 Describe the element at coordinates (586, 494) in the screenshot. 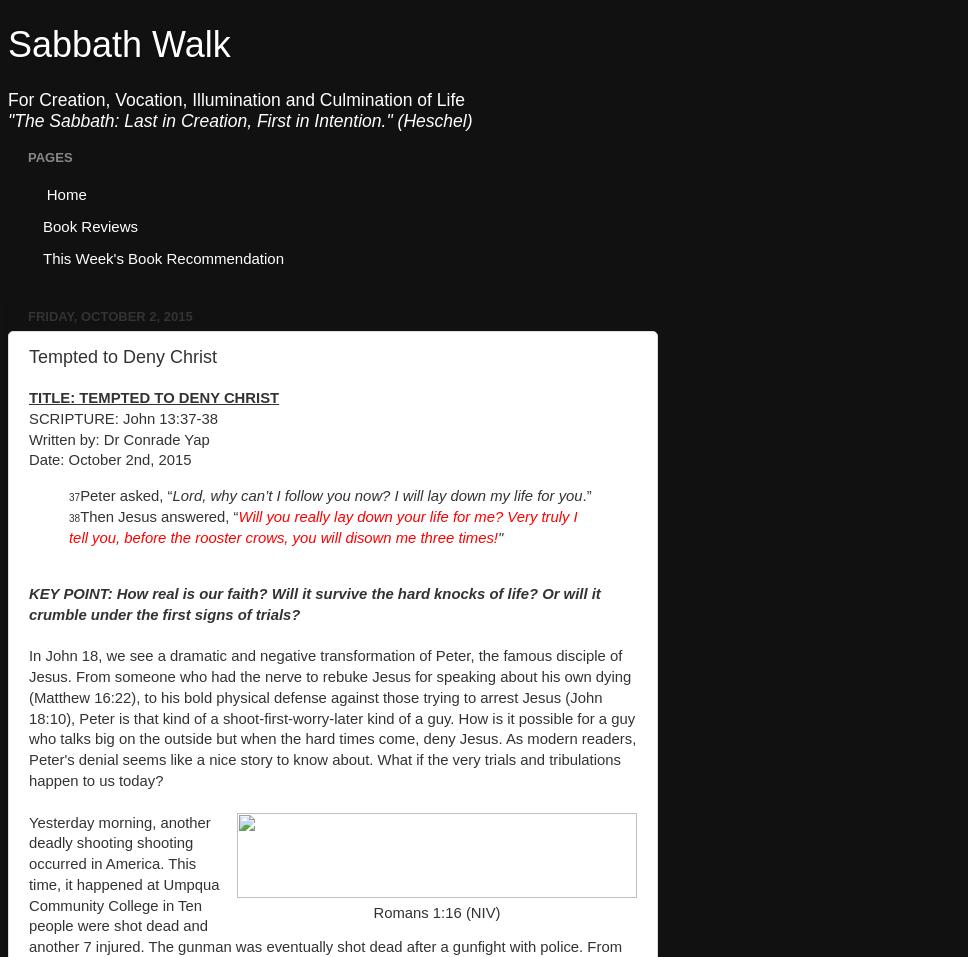

I see `'.”'` at that location.